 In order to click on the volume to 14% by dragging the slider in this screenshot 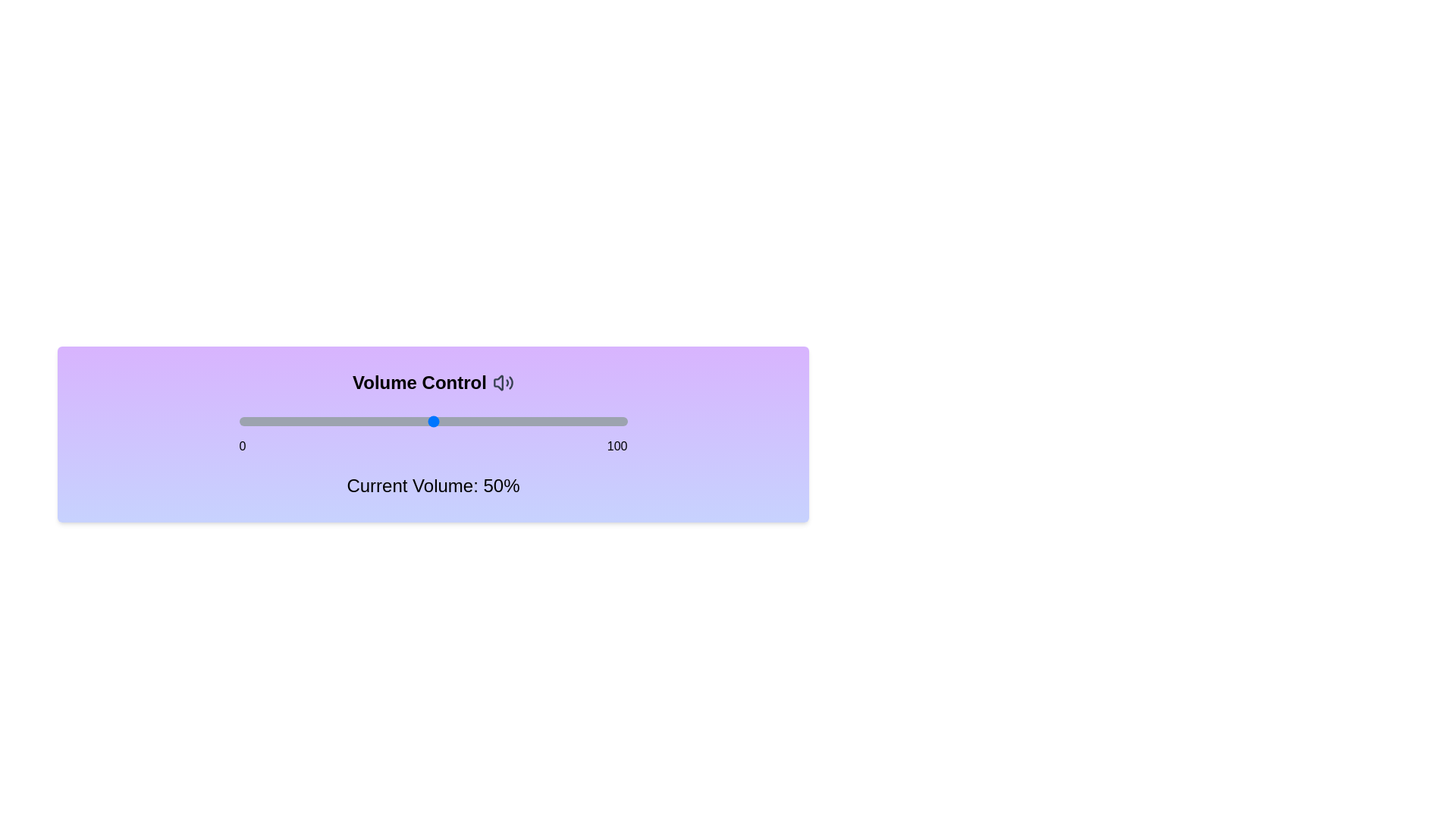, I will do `click(293, 421)`.